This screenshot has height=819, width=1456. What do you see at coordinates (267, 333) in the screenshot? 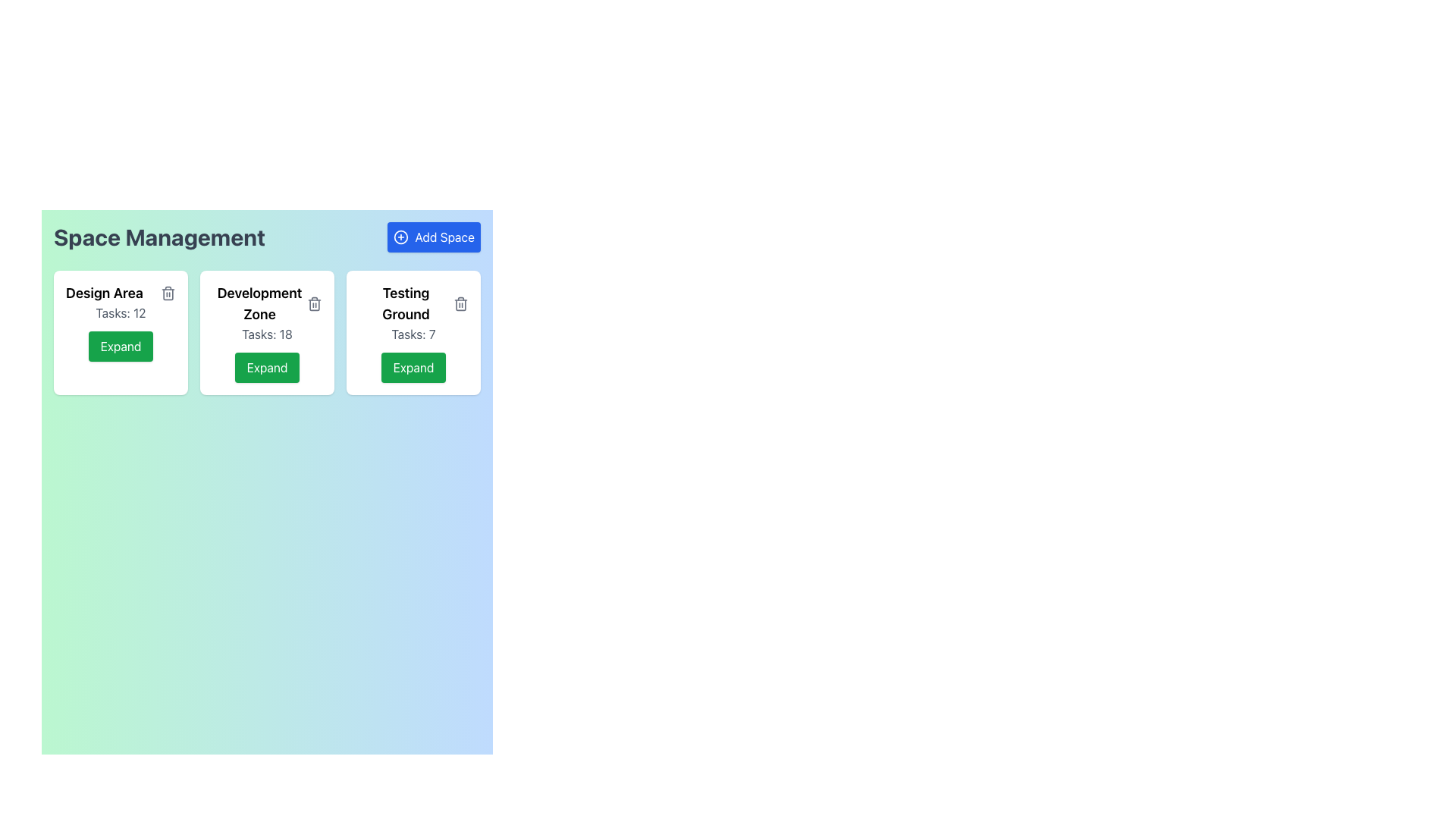
I see `the non-interactive informational Text Label that shows the count of tasks associated with the 'Development Zone', located below the 'Development Zone' title and above the 'Expand' button` at bounding box center [267, 333].